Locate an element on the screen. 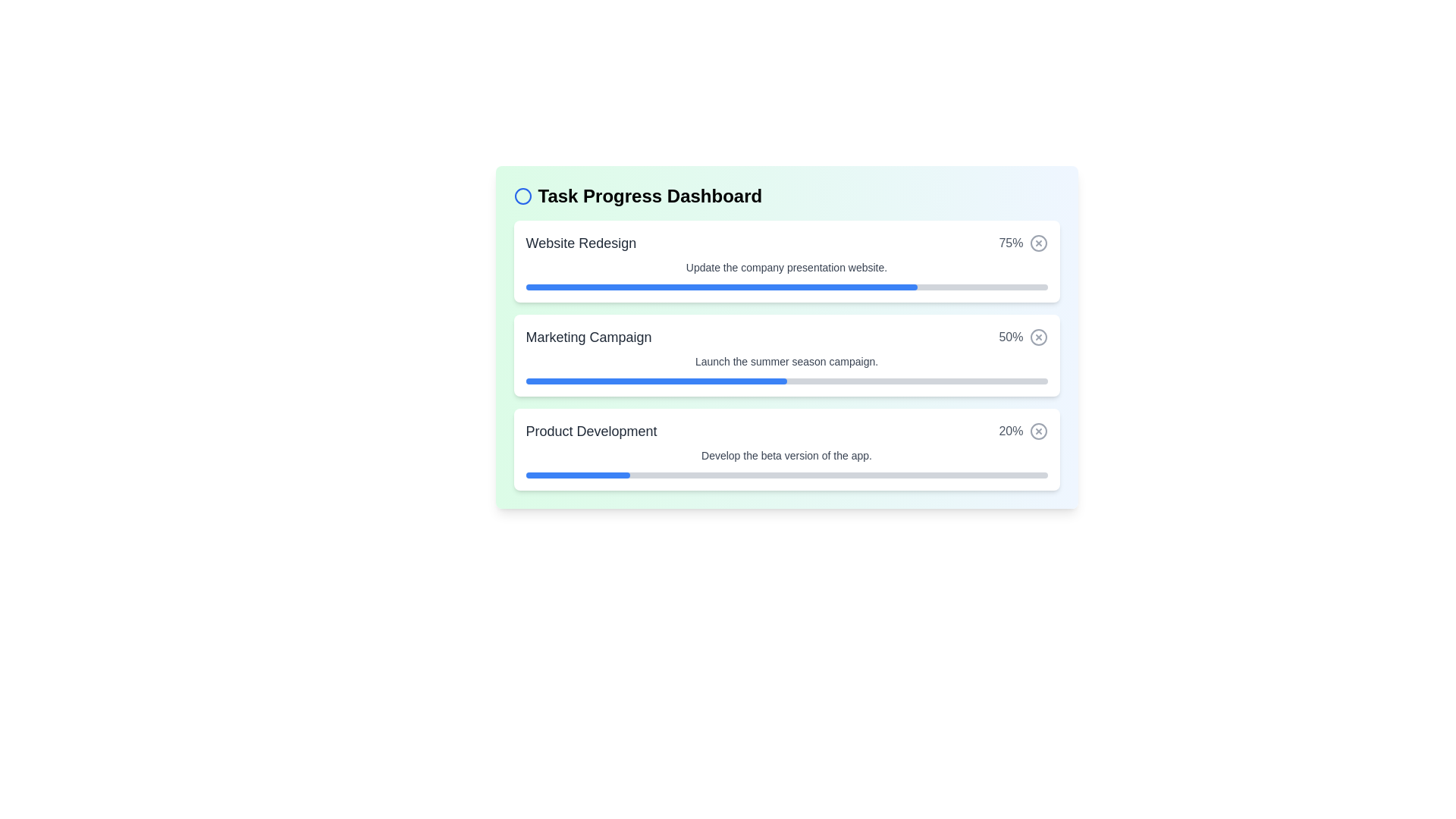 The height and width of the screenshot is (819, 1456). the Progress bar filler representing the completion percentage of the 'Product Development' task is located at coordinates (577, 475).